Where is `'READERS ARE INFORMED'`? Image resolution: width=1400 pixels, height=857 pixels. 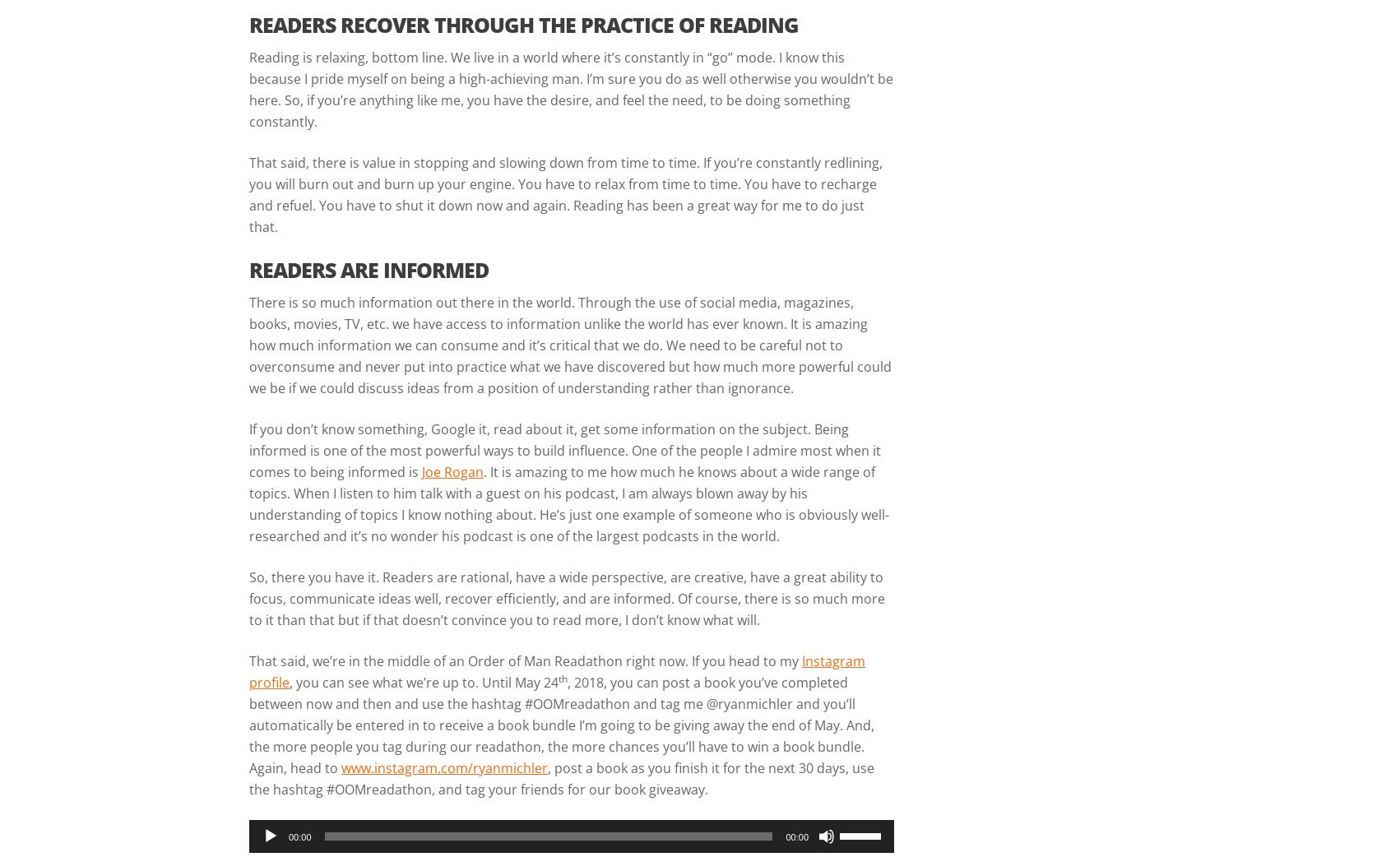 'READERS ARE INFORMED' is located at coordinates (368, 268).